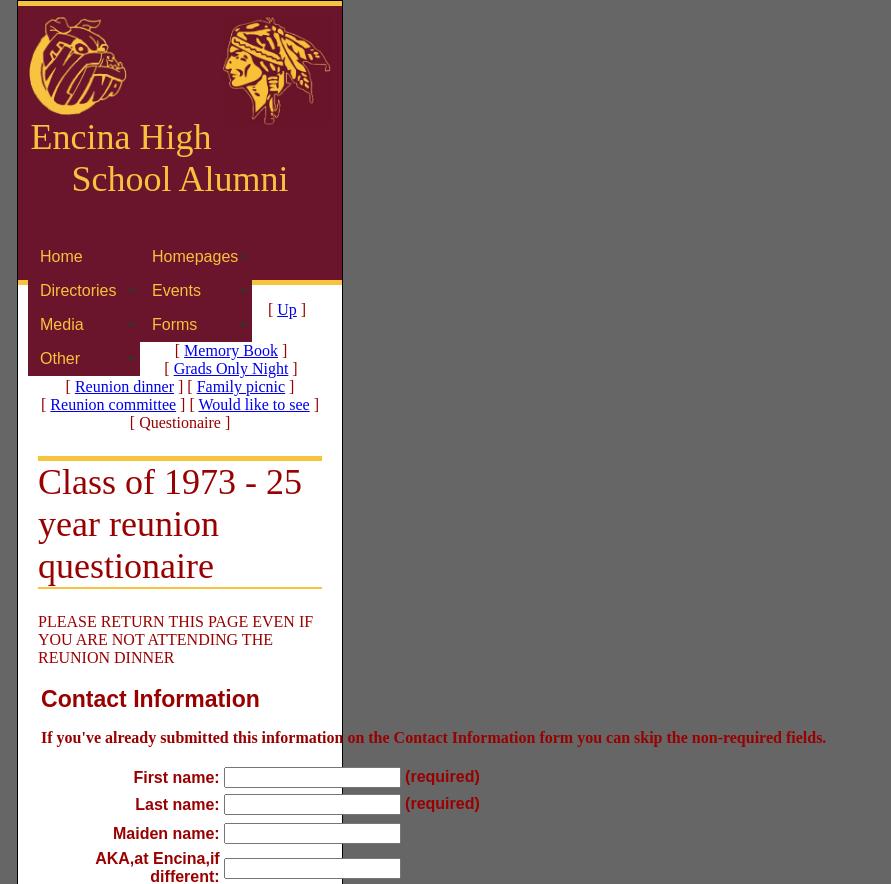  Describe the element at coordinates (230, 349) in the screenshot. I see `'Memory Book'` at that location.